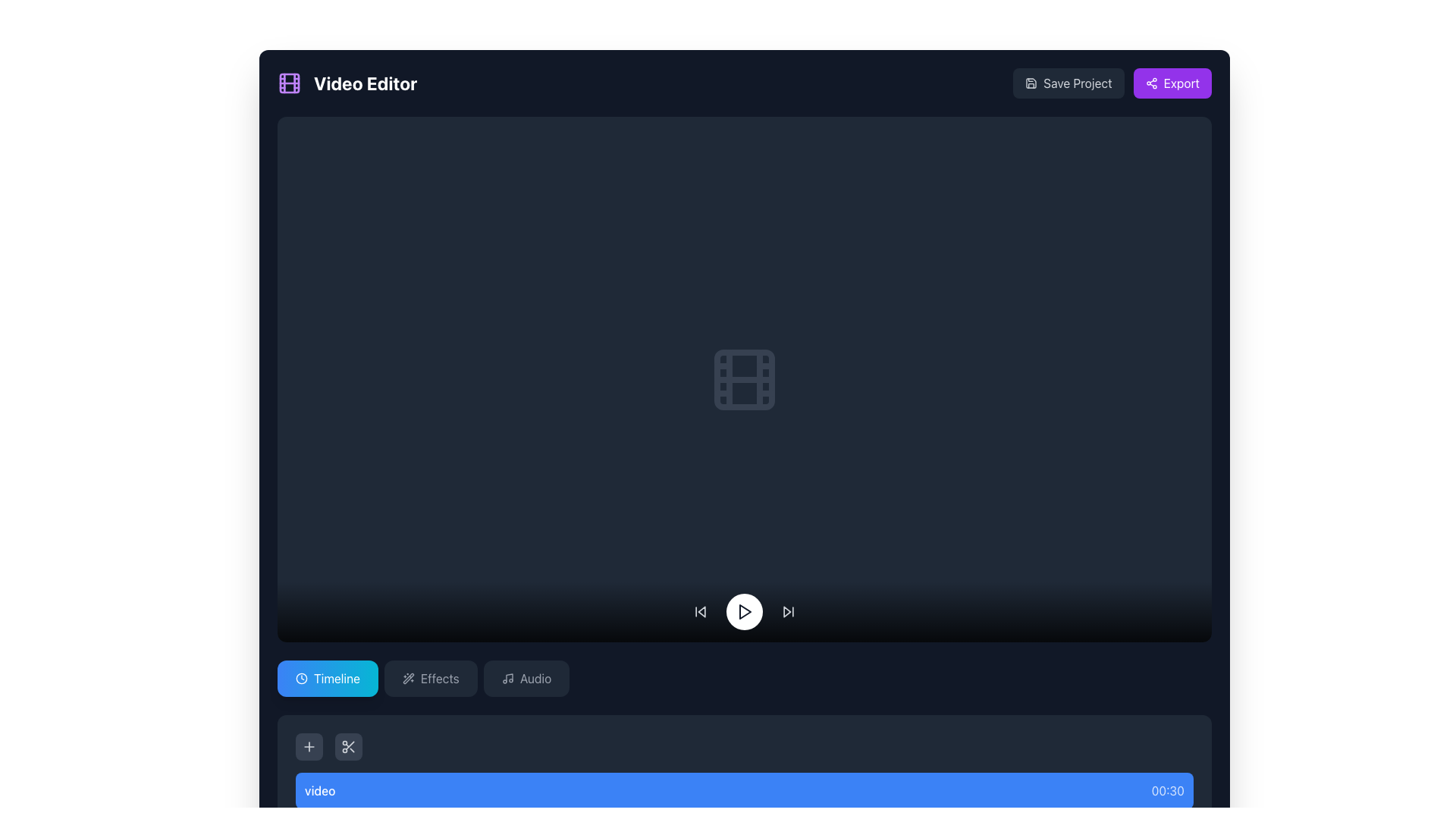 Image resolution: width=1456 pixels, height=819 pixels. I want to click on the rectangular subcomponent of the film roll icon, which is a non-interactive decorative element, located at the center of the user interface, so click(745, 378).